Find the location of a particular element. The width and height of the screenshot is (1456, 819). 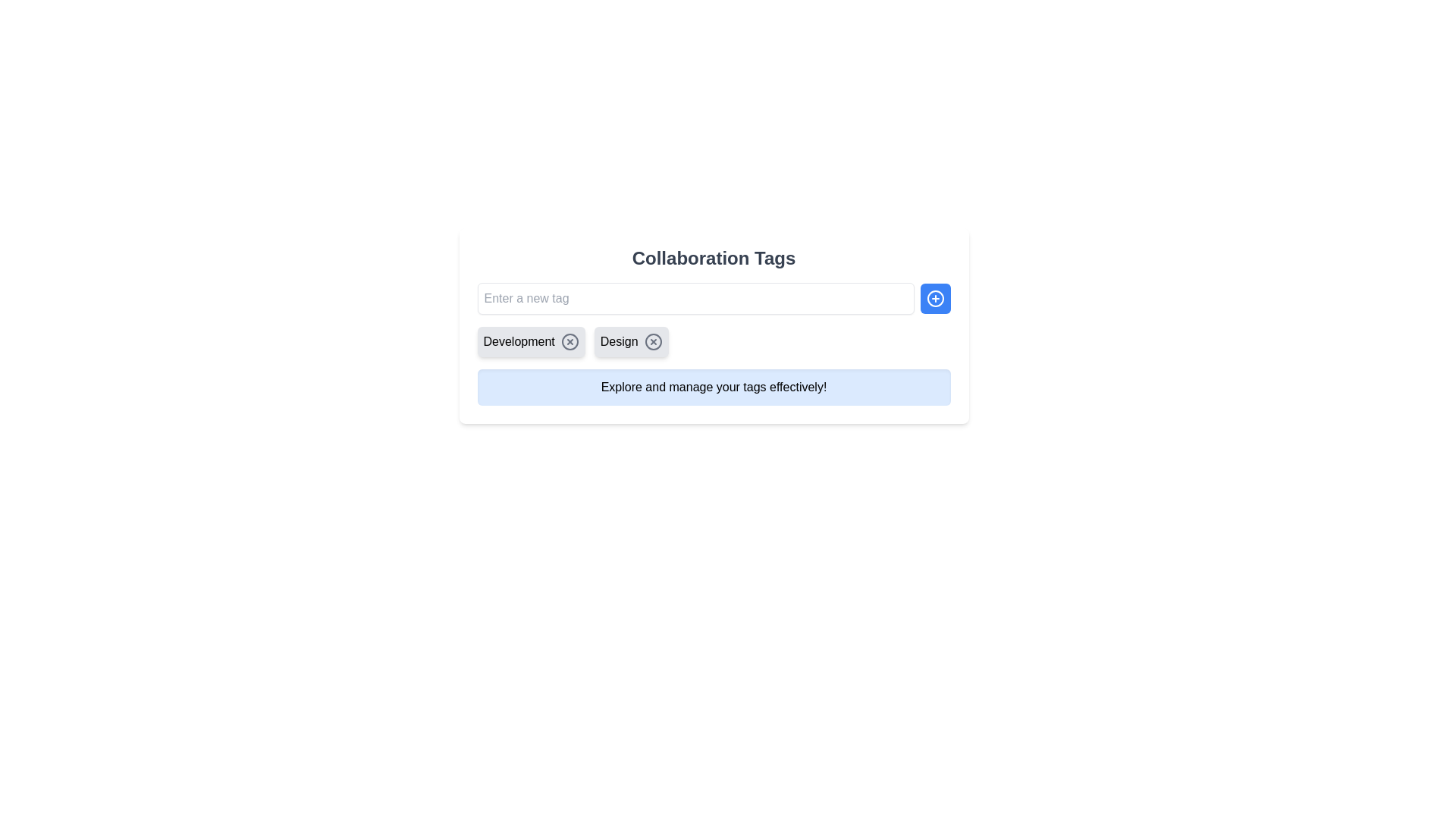

the 'Design' tag element, which is the second tag in a horizontally aligned list and includes a removal button is located at coordinates (631, 342).